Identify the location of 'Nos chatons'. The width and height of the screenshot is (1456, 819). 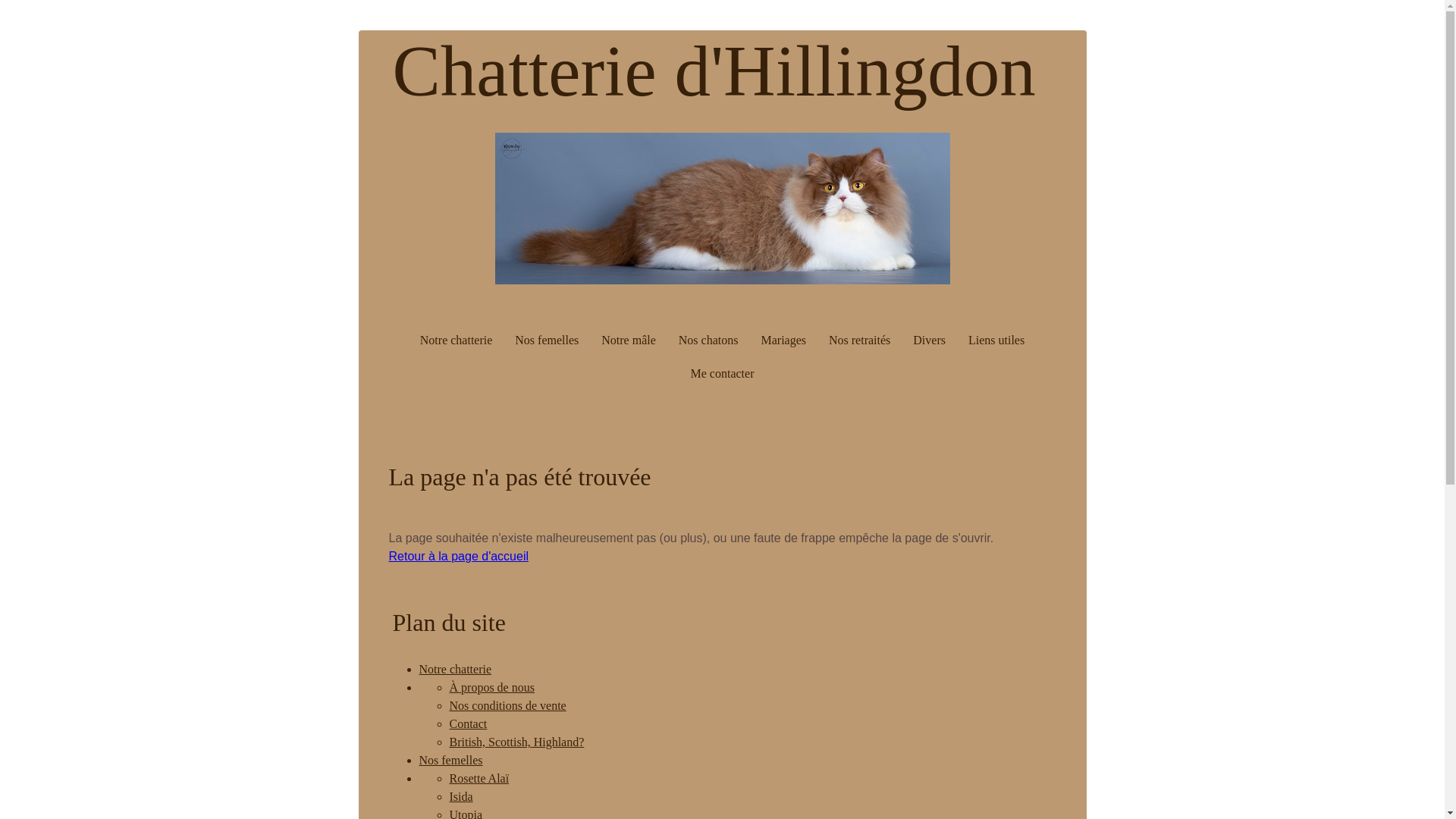
(708, 339).